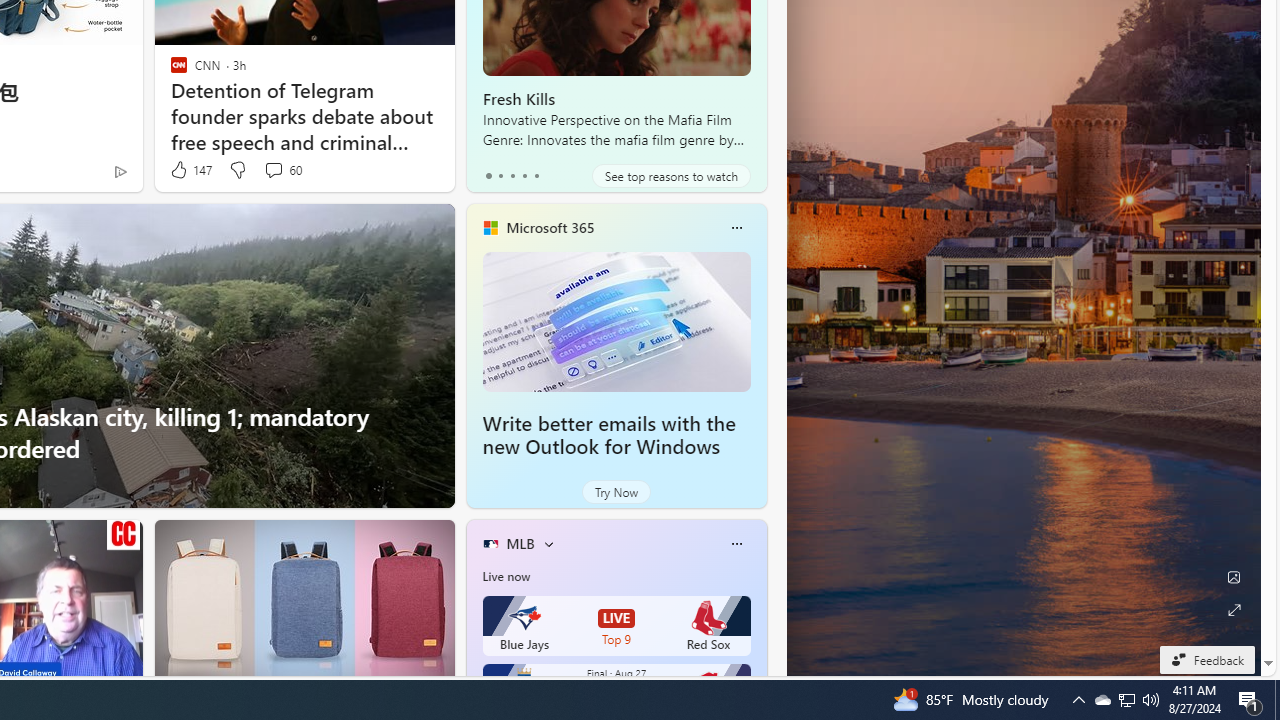  What do you see at coordinates (281, 169) in the screenshot?
I see `'View comments 60 Comment'` at bounding box center [281, 169].